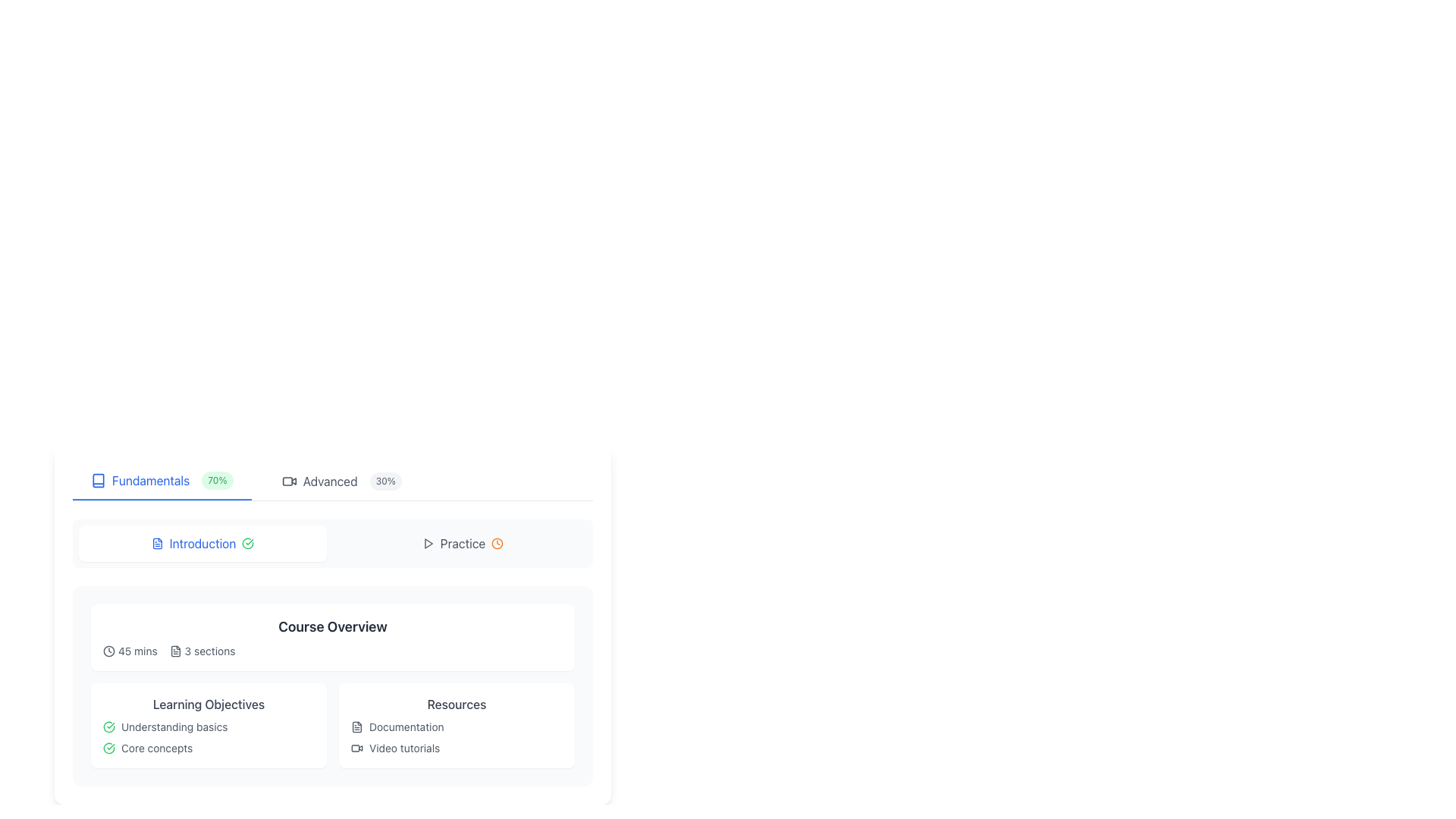 This screenshot has width=1456, height=819. Describe the element at coordinates (175, 651) in the screenshot. I see `the document icon located in the course overview section associated with the '45 mins 3 sections' label` at that location.